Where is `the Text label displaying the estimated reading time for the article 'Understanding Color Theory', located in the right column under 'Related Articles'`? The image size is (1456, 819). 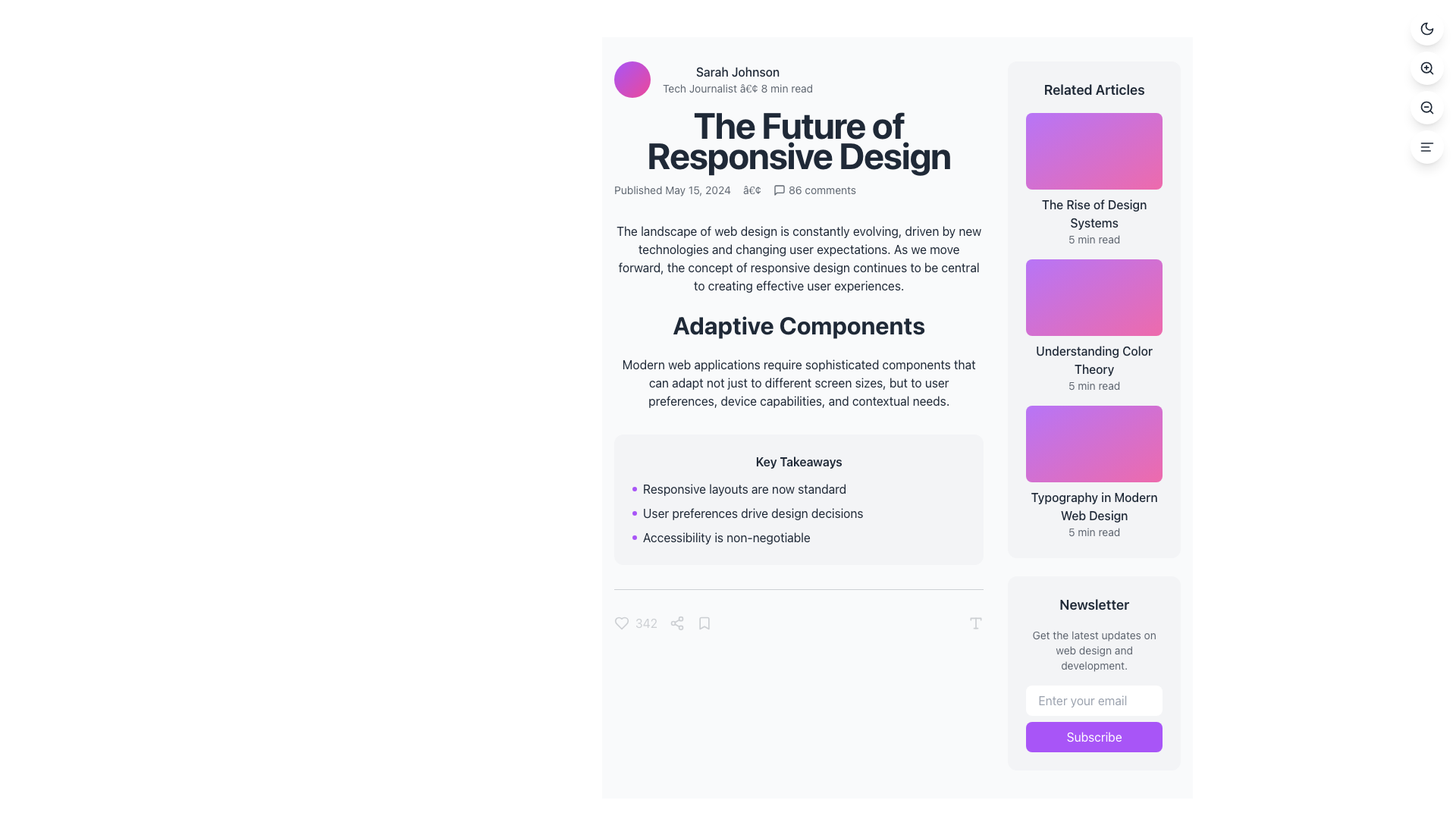
the Text label displaying the estimated reading time for the article 'Understanding Color Theory', located in the right column under 'Related Articles' is located at coordinates (1094, 385).